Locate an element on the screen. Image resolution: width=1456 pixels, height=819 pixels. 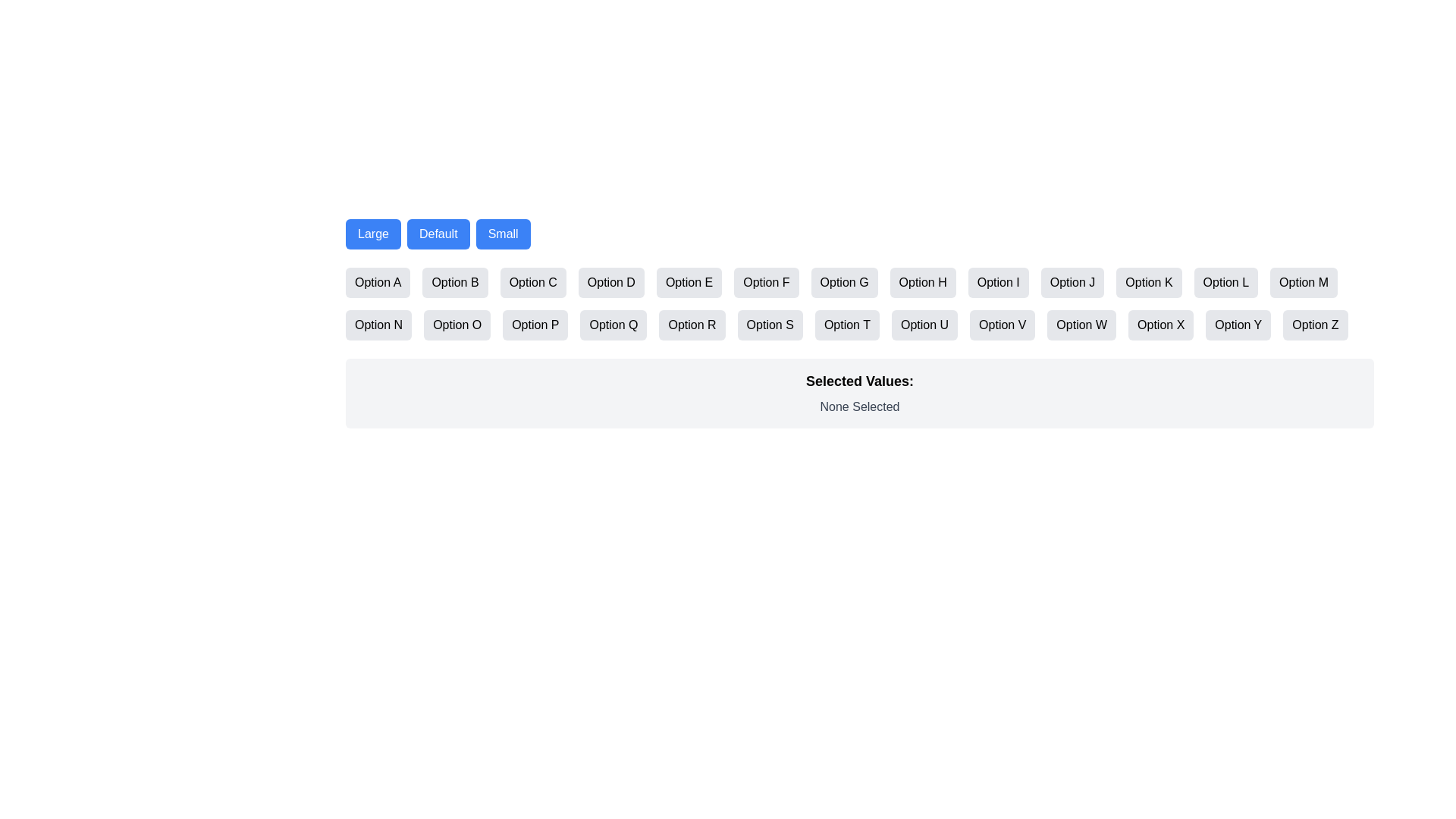
the button labeled 'Option A' is located at coordinates (378, 283).